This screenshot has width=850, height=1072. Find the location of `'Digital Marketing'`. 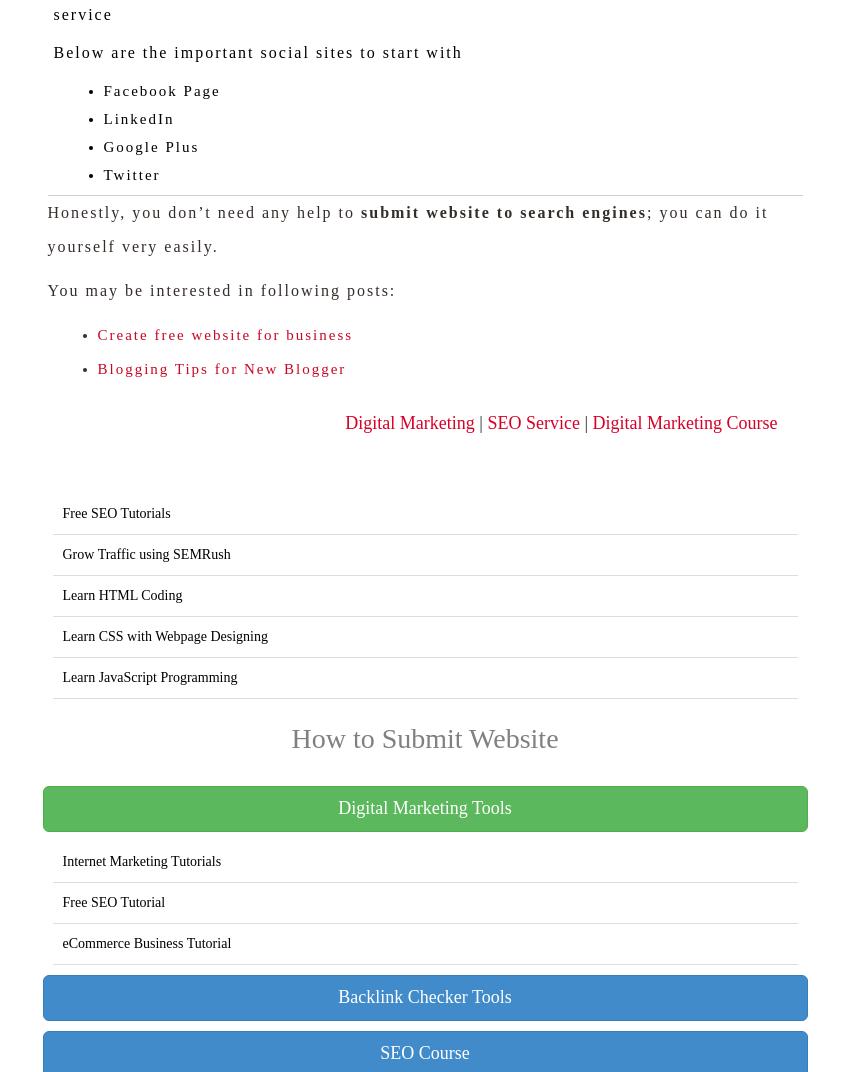

'Digital Marketing' is located at coordinates (409, 422).